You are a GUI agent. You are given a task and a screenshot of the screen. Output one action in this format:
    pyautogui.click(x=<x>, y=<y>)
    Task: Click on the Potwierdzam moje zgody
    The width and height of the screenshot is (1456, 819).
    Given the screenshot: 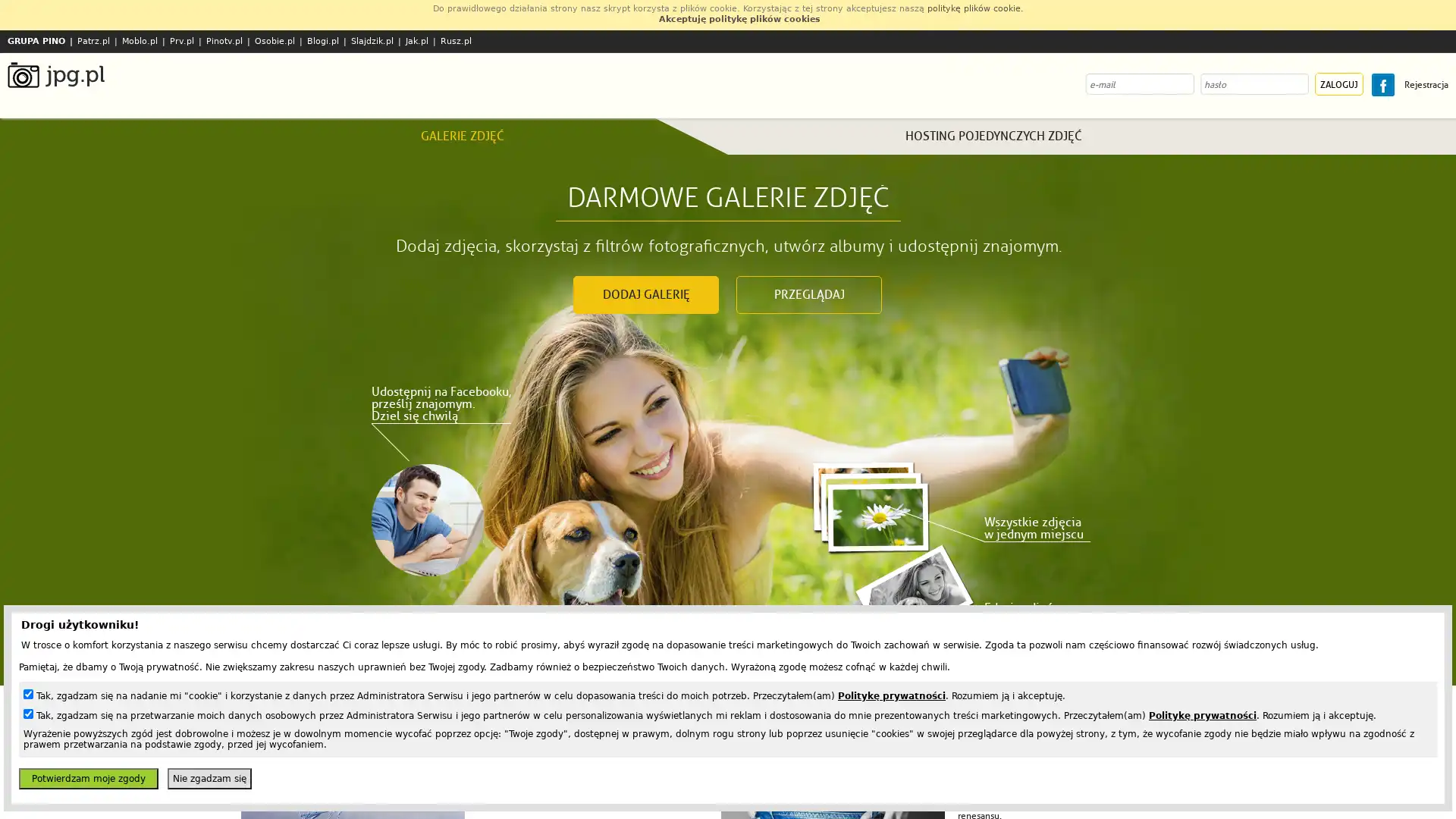 What is the action you would take?
    pyautogui.click(x=87, y=778)
    